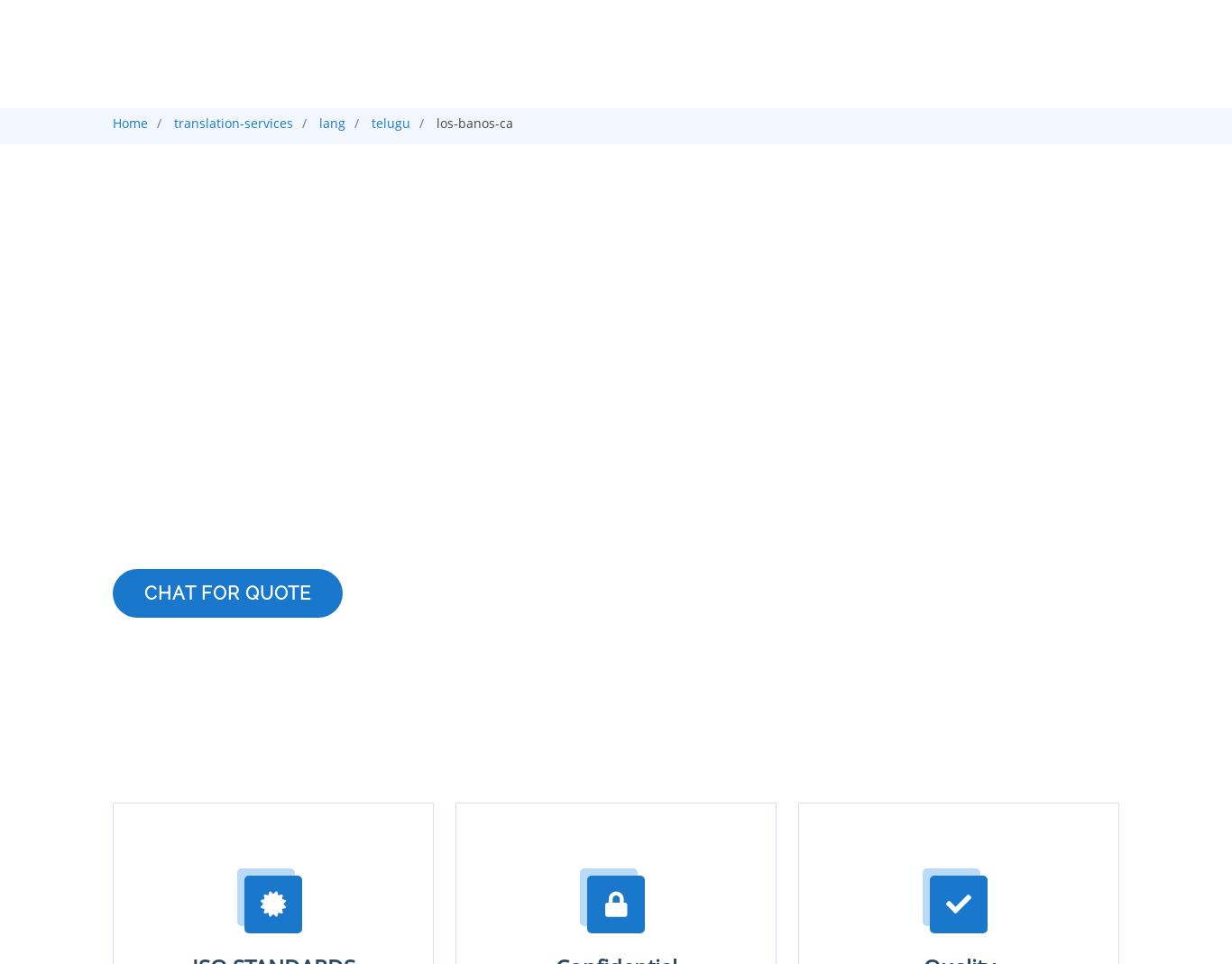 This screenshot has height=964, width=1232. Describe the element at coordinates (111, 259) in the screenshot. I see `'Telugu Translation Company in Los banos'` at that location.